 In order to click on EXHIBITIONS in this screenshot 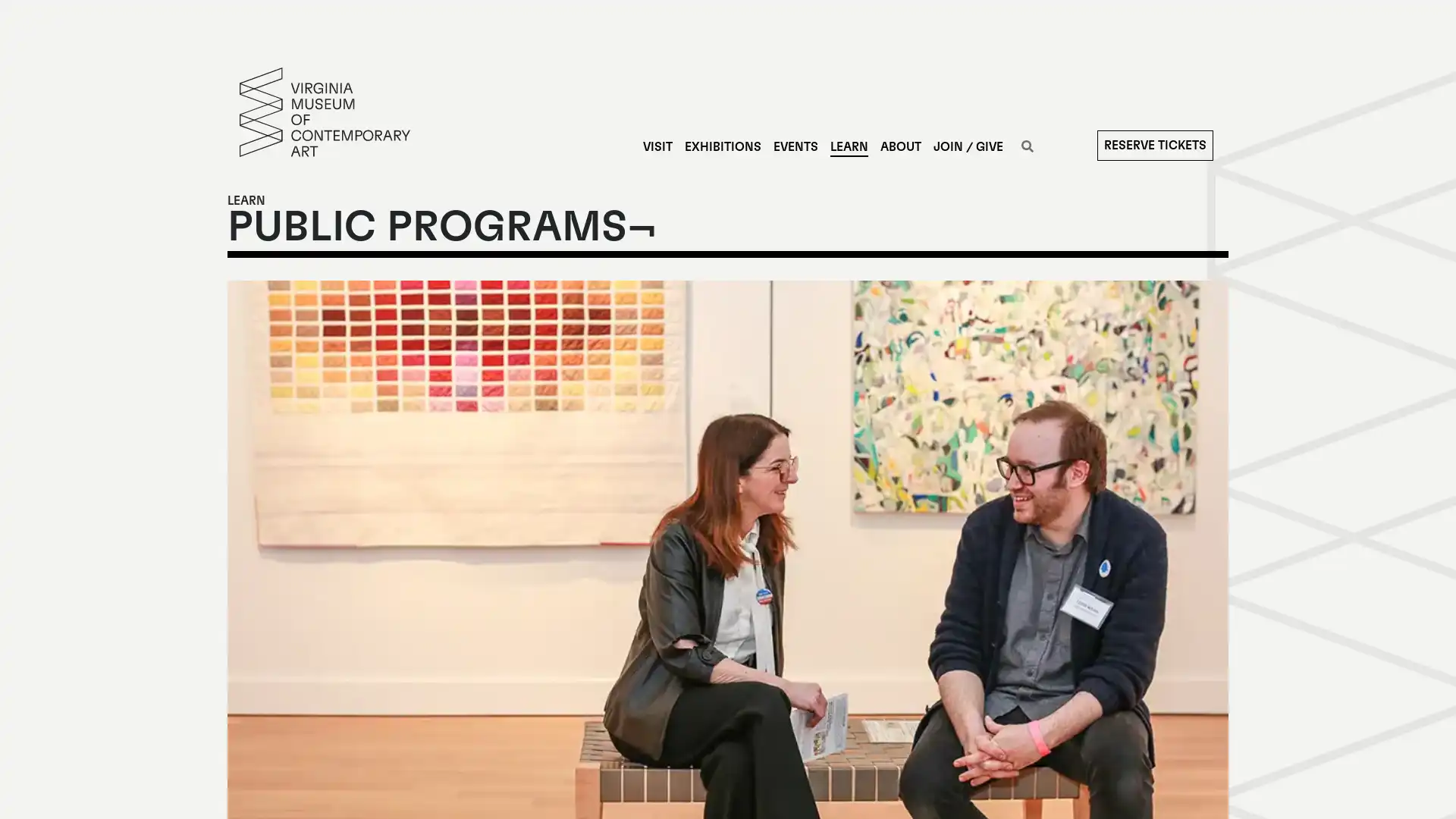, I will do `click(721, 146)`.